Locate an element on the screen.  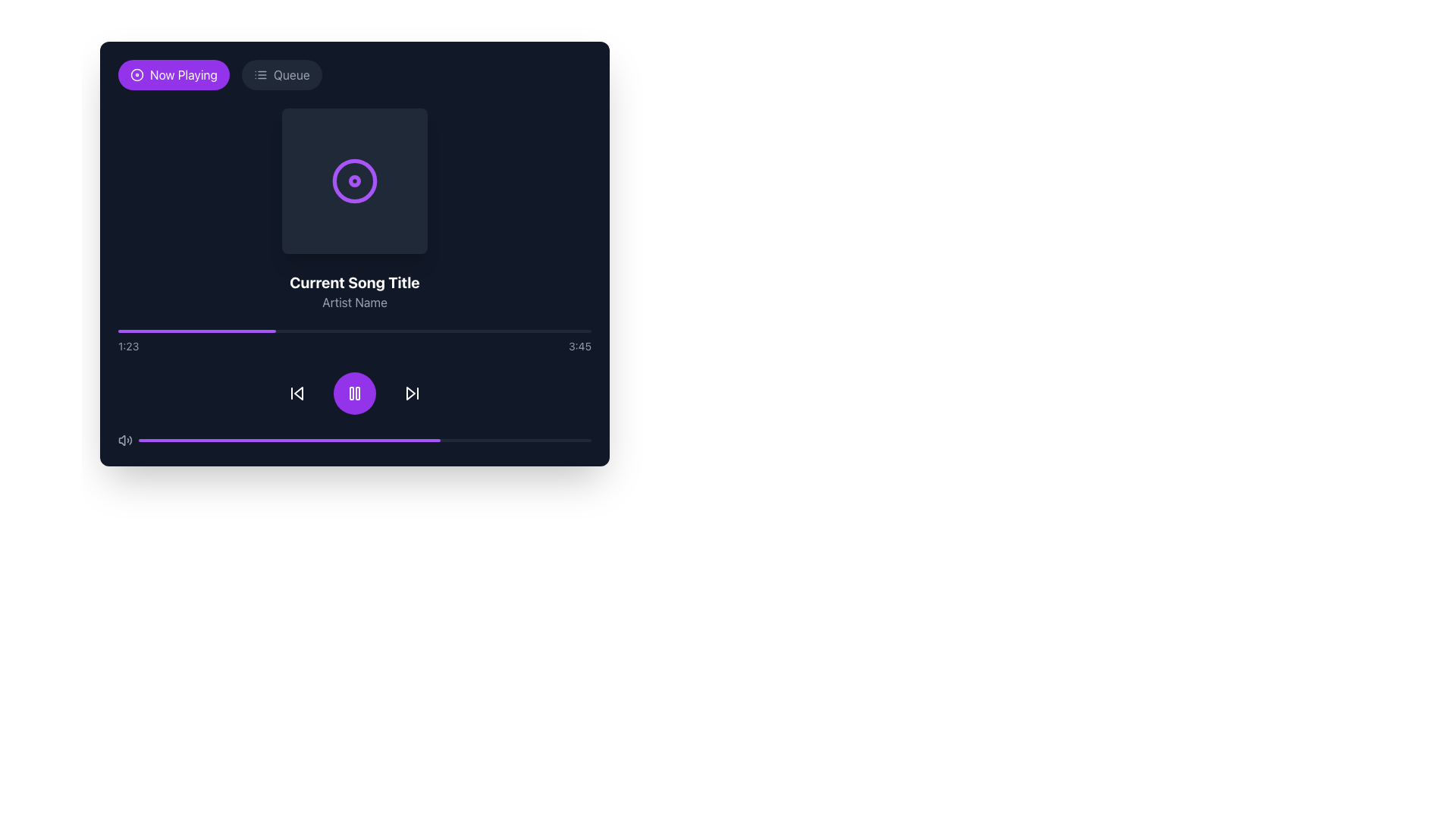
the volume level is located at coordinates (432, 441).